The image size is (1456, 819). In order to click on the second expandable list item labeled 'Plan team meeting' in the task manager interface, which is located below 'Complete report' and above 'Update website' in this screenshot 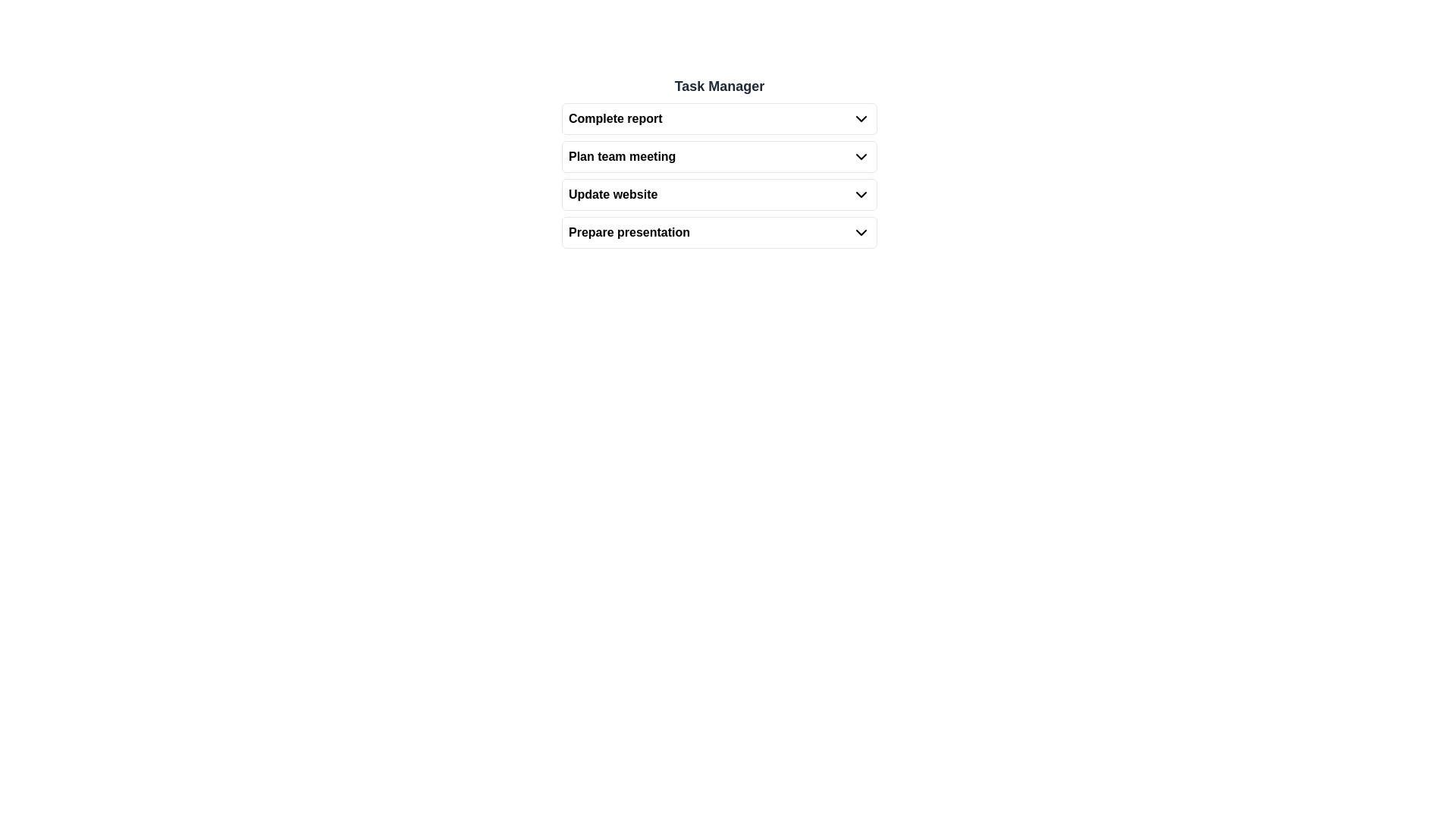, I will do `click(719, 157)`.